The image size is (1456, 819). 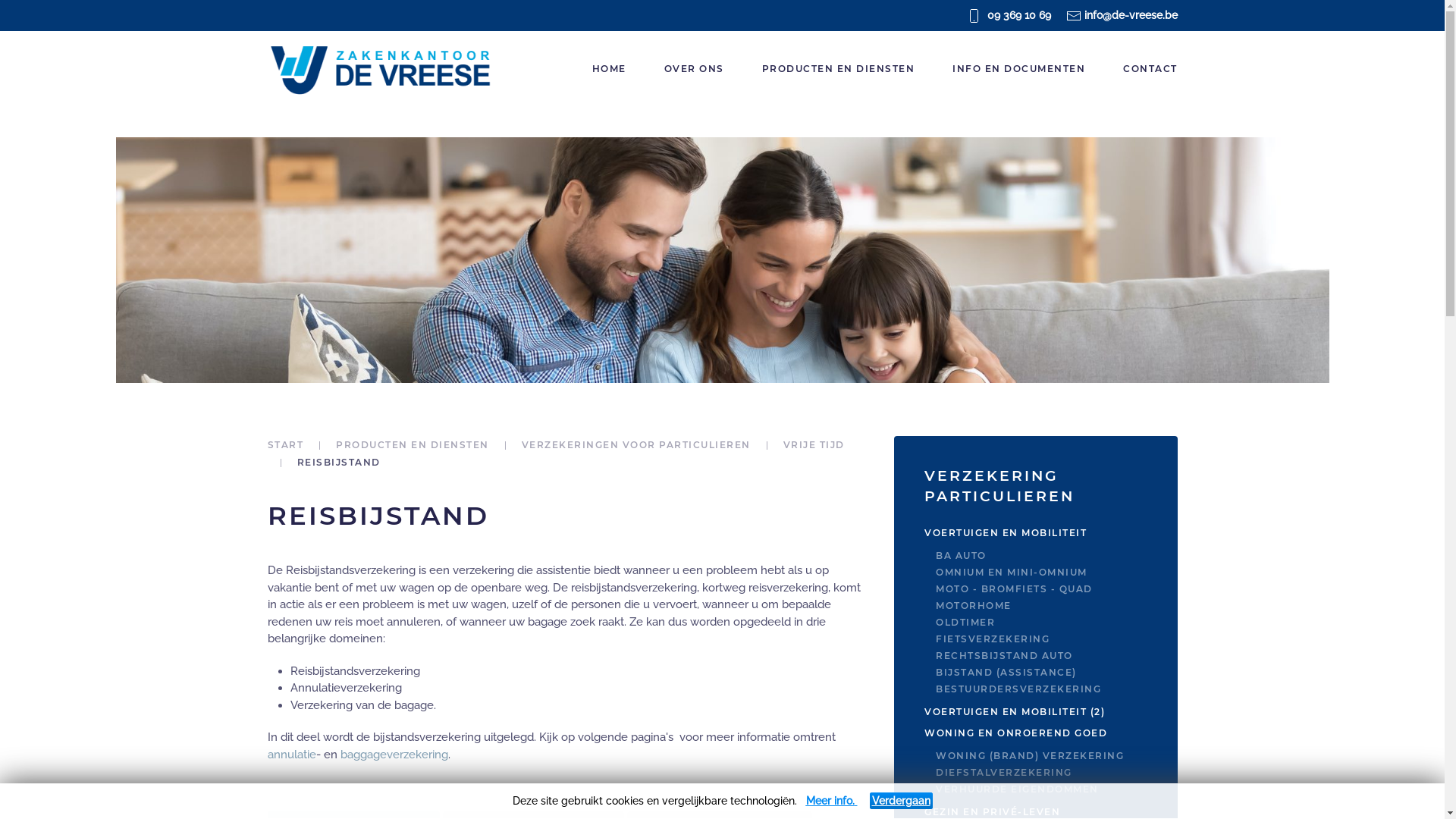 What do you see at coordinates (1055, 772) in the screenshot?
I see `'DIEFSTALVERZEKERING'` at bounding box center [1055, 772].